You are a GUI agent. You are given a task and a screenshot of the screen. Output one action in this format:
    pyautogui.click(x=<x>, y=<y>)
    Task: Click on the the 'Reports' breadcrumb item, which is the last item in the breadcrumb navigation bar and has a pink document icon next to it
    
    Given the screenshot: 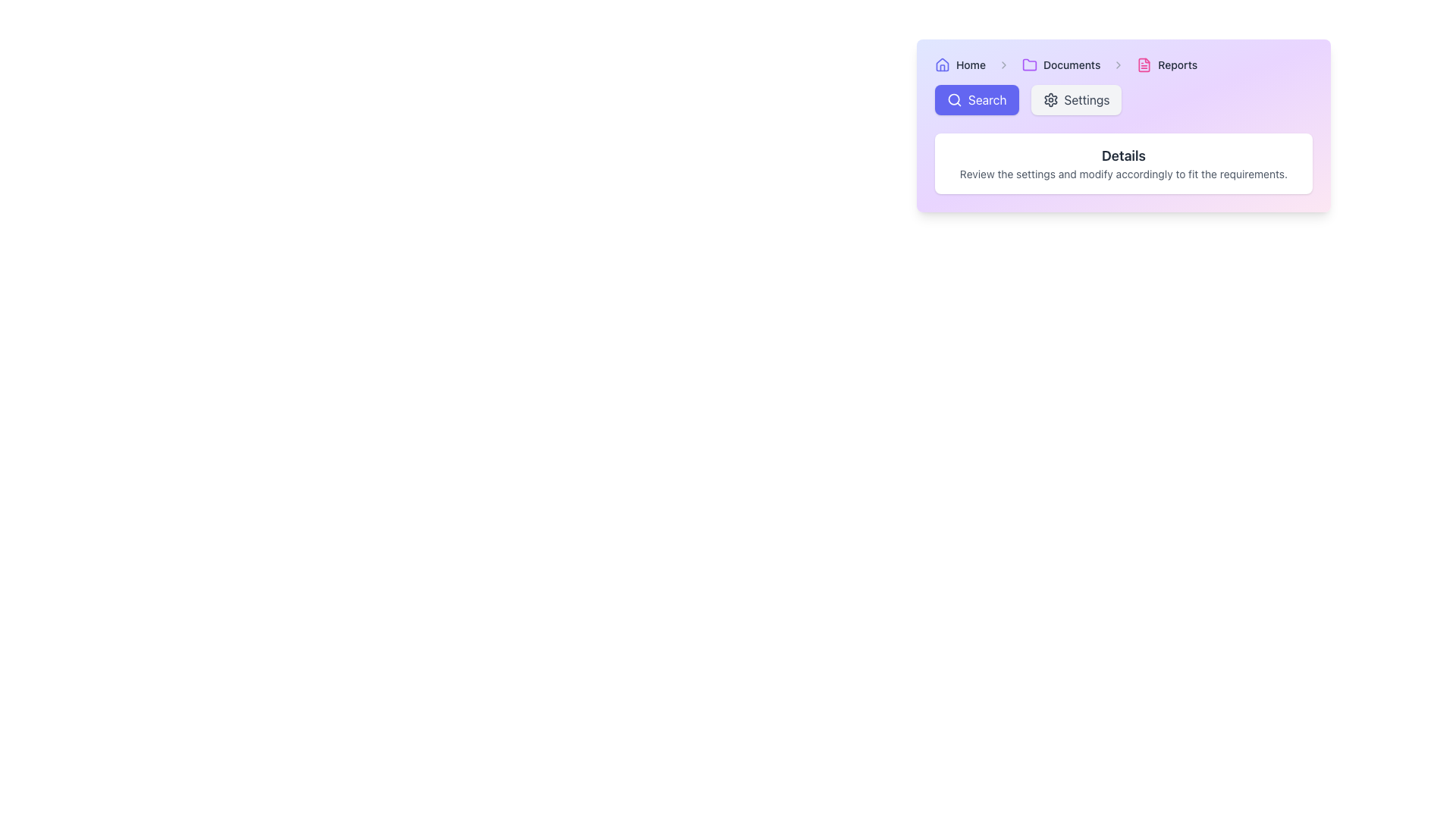 What is the action you would take?
    pyautogui.click(x=1166, y=64)
    